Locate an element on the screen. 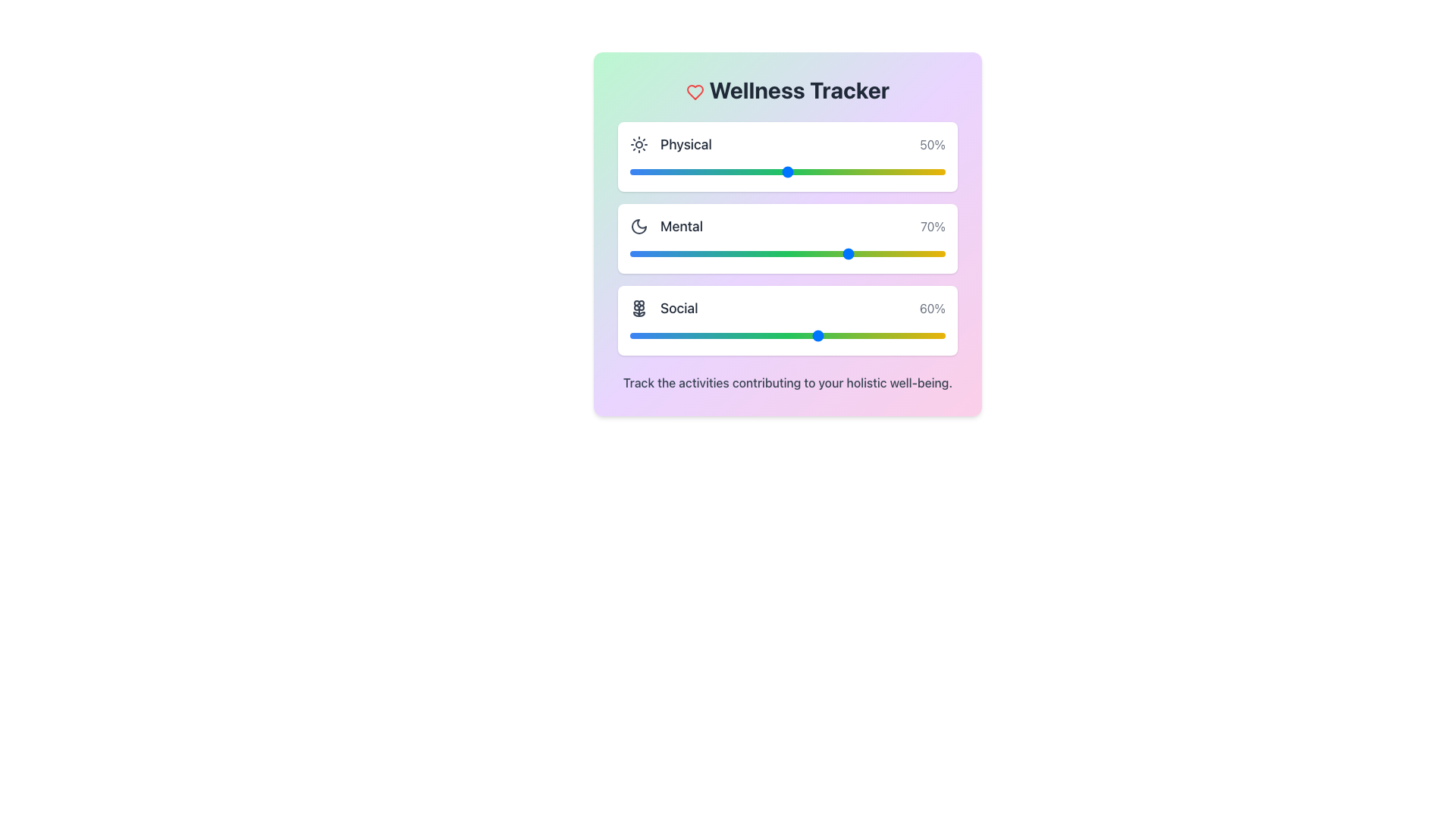  the social tracker slider is located at coordinates (919, 335).